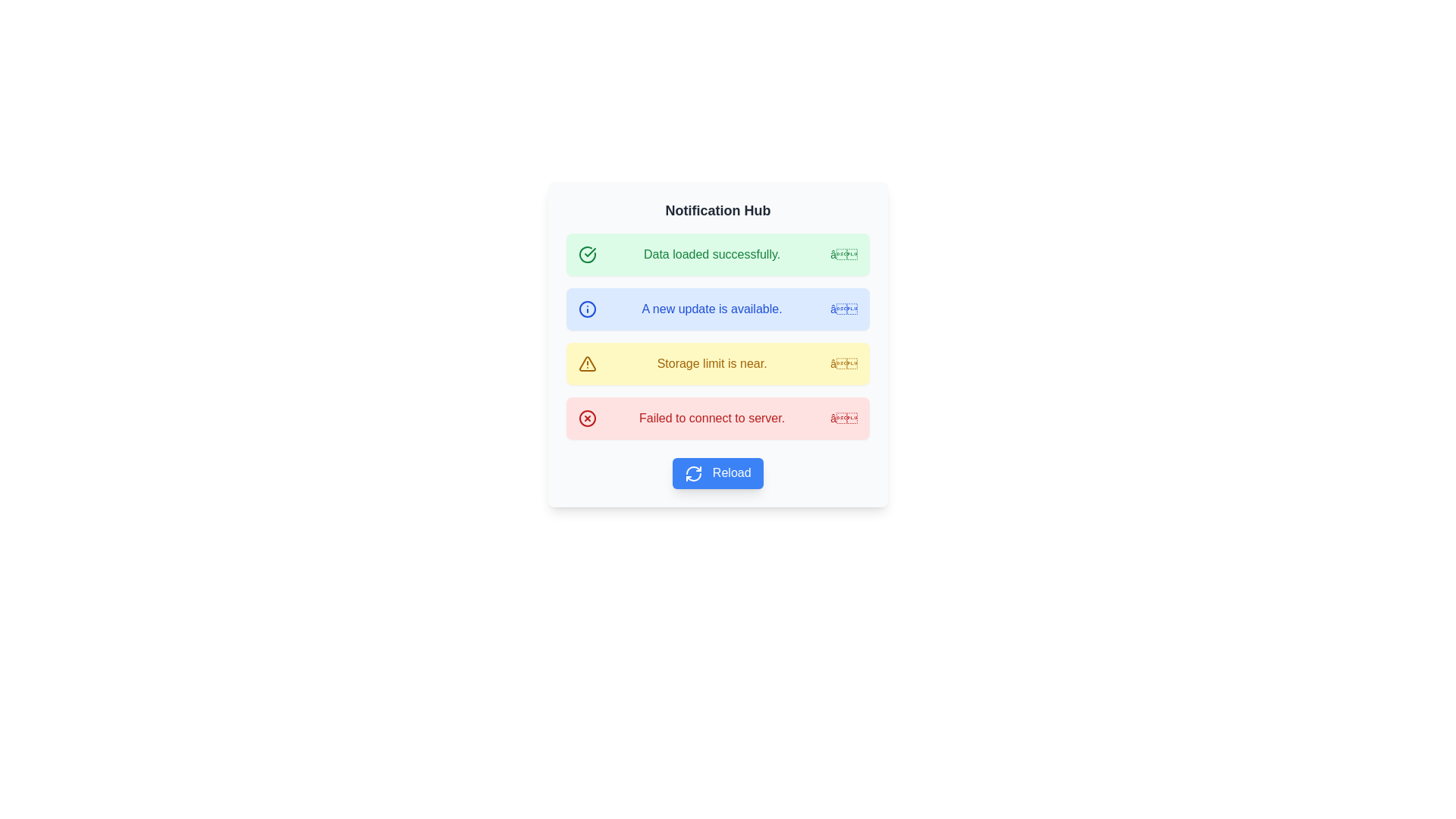 The image size is (1456, 819). Describe the element at coordinates (711, 418) in the screenshot. I see `the informational error message Text label indicating a failure to connect to the server, located in the bottom-most card with a red background in the notification list` at that location.